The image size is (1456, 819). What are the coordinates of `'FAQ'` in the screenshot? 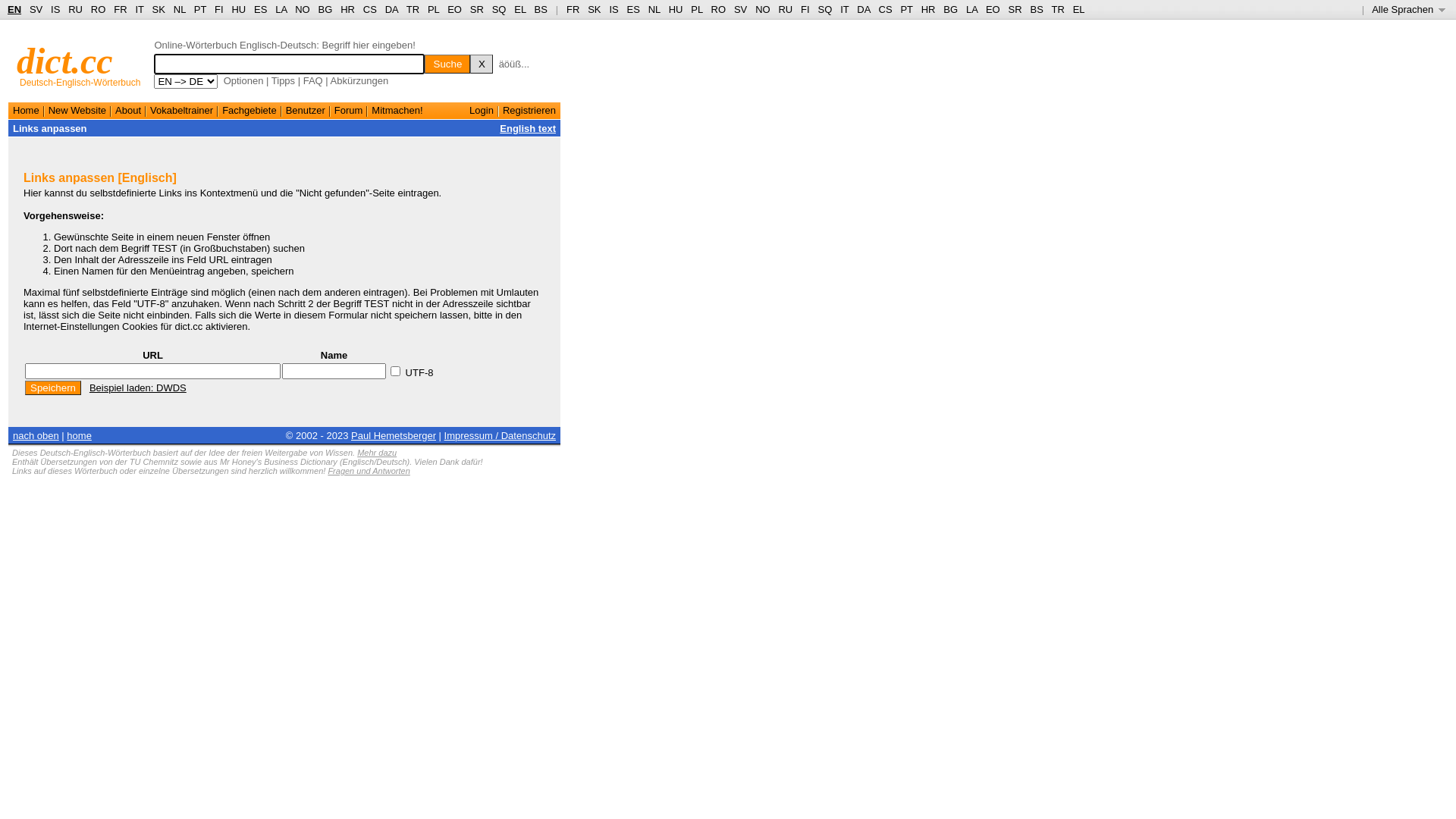 It's located at (303, 80).